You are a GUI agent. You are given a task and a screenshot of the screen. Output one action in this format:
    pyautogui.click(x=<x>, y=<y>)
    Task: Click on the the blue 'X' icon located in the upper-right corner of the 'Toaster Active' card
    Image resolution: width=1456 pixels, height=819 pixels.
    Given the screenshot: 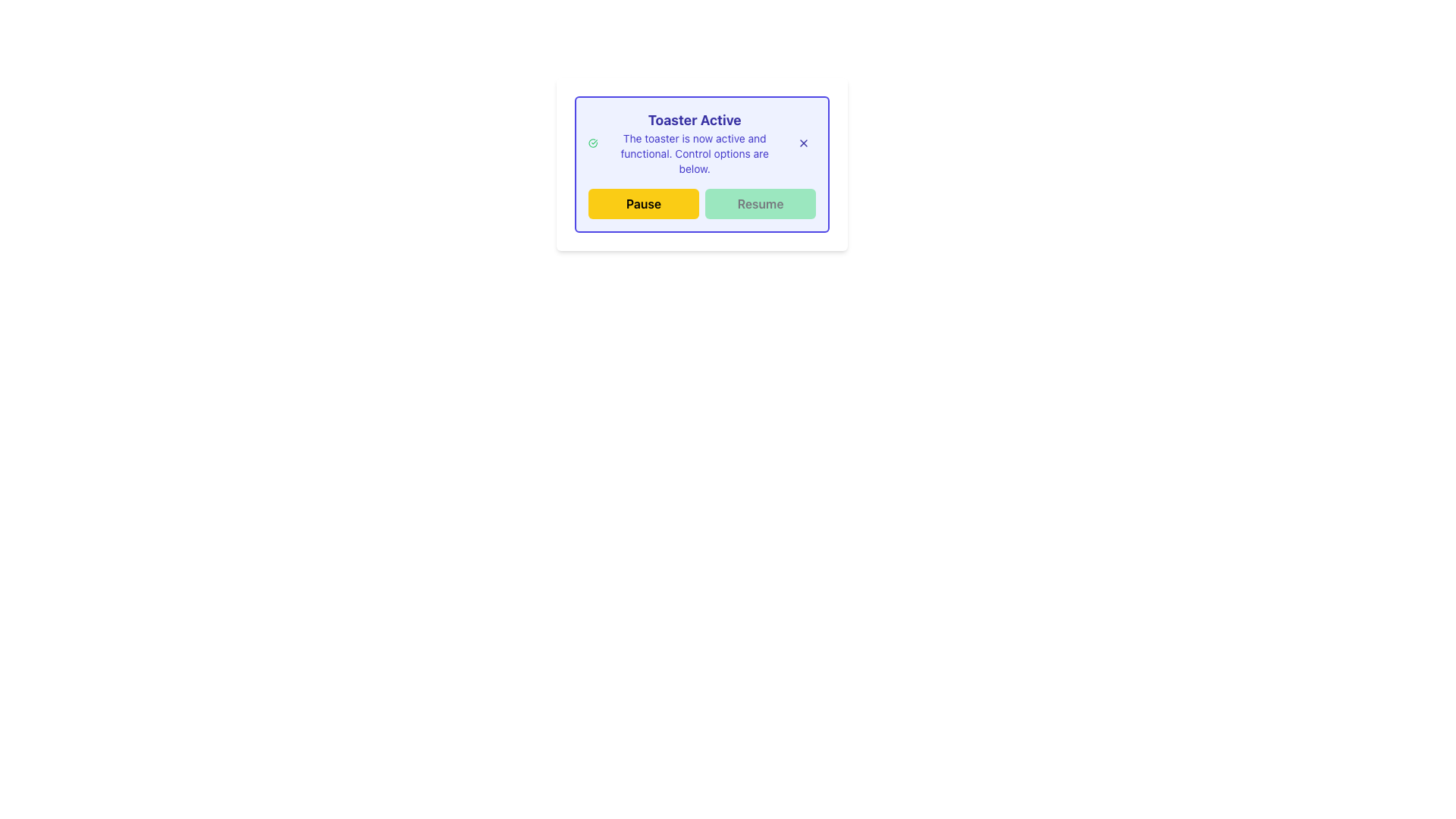 What is the action you would take?
    pyautogui.click(x=803, y=143)
    